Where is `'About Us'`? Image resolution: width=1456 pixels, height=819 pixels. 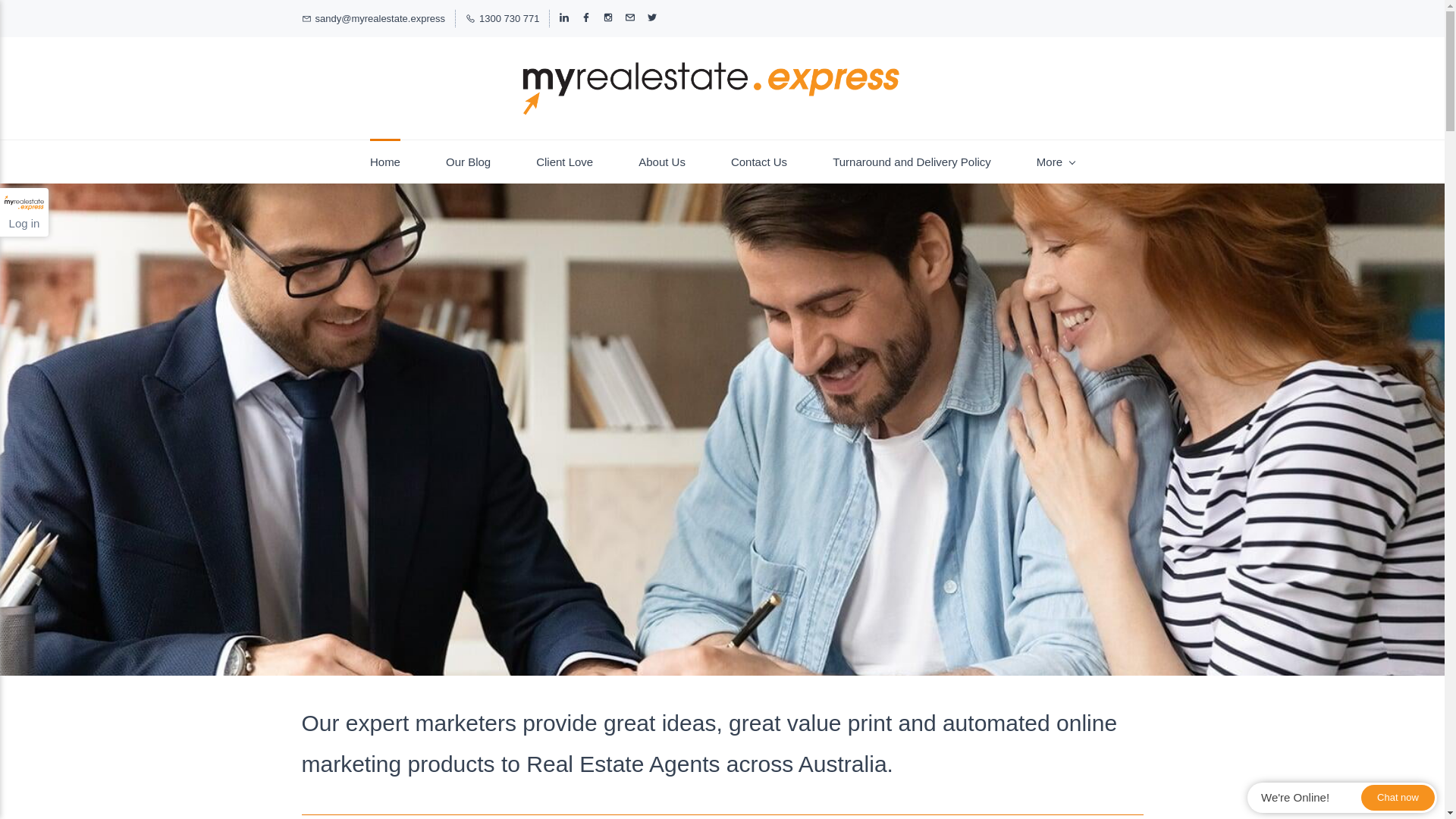
'About Us' is located at coordinates (662, 162).